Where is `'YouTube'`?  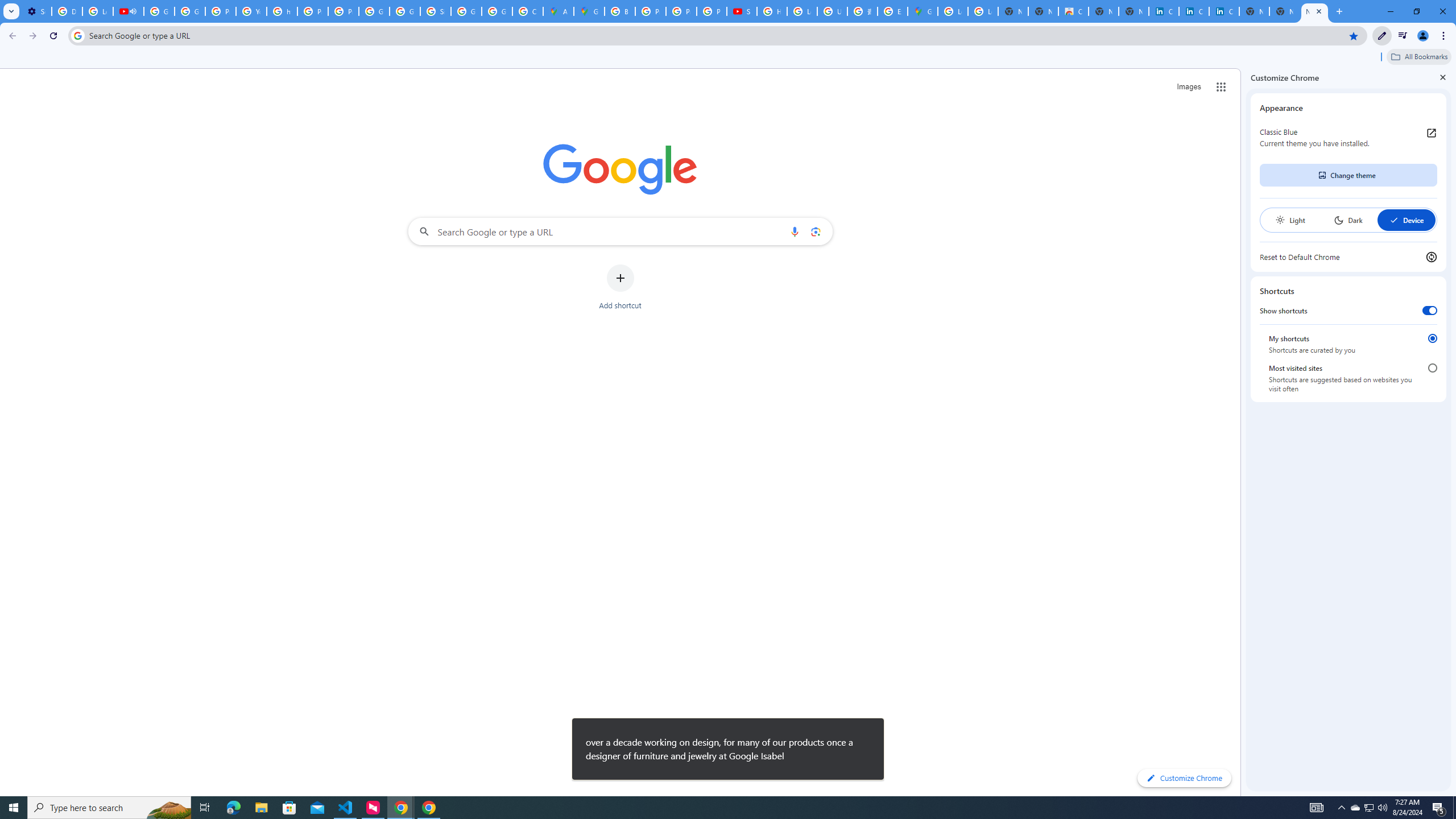
'YouTube' is located at coordinates (251, 11).